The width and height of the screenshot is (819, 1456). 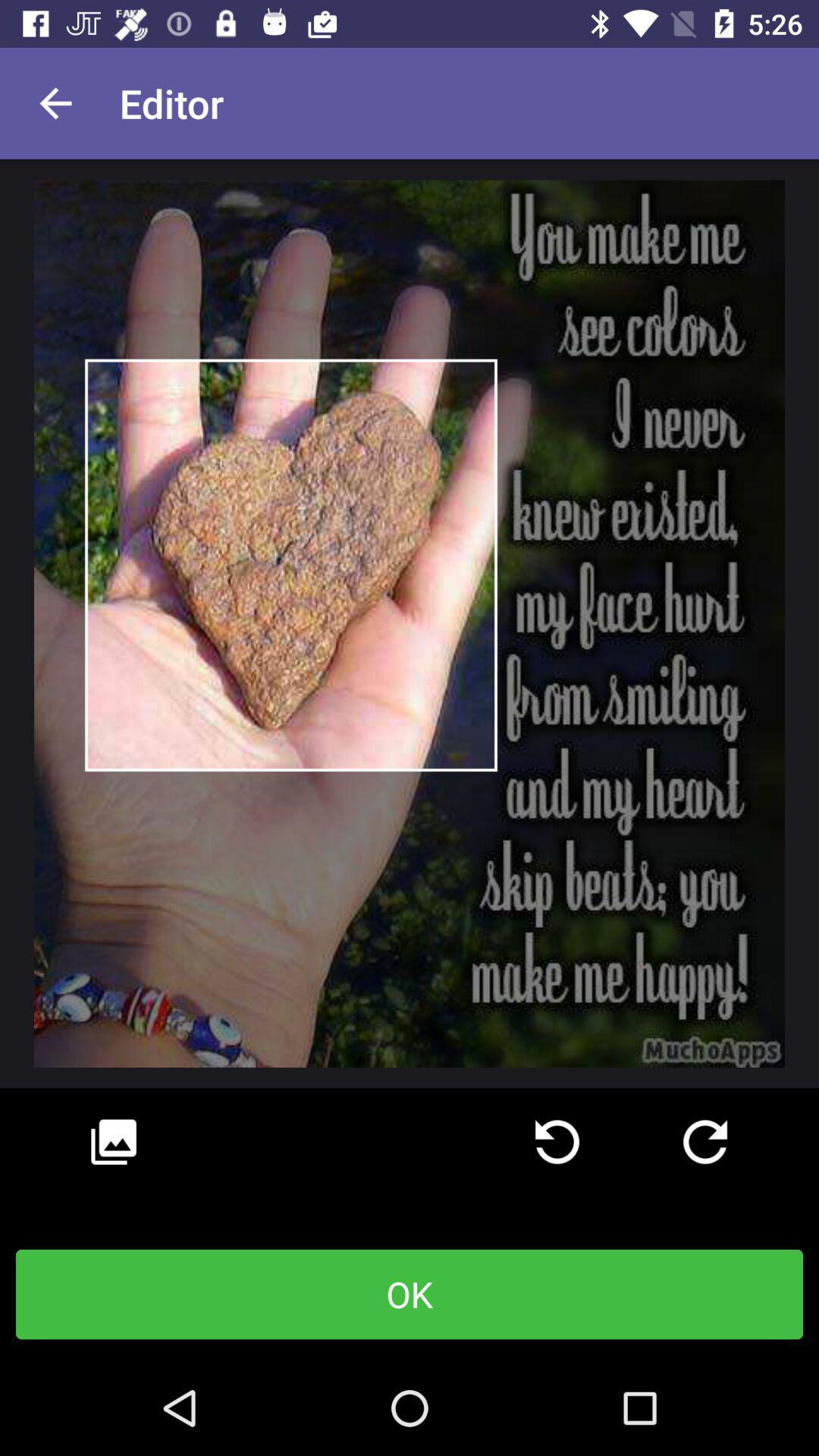 What do you see at coordinates (55, 102) in the screenshot?
I see `the app next to editor app` at bounding box center [55, 102].